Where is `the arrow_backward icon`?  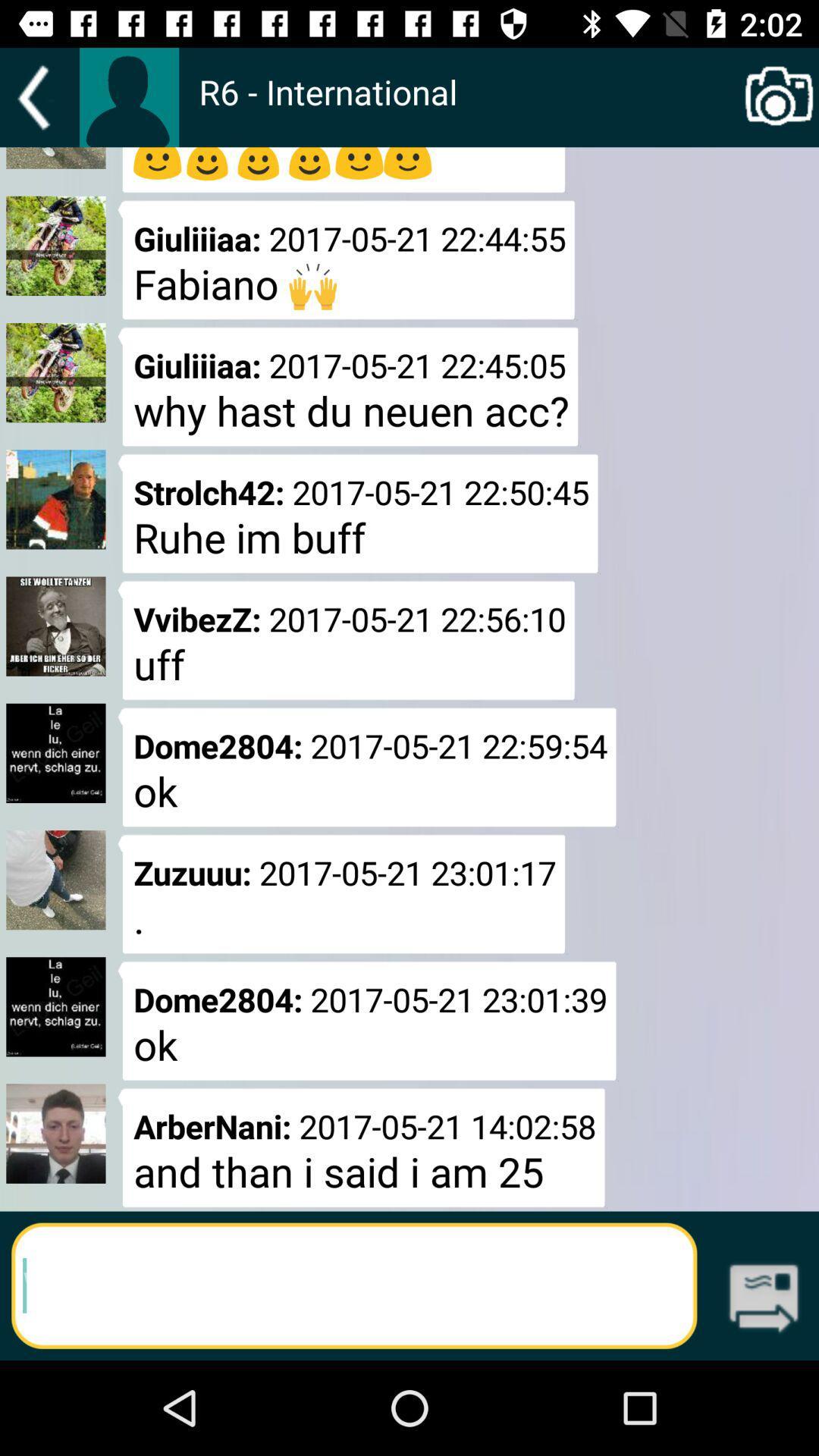
the arrow_backward icon is located at coordinates (39, 97).